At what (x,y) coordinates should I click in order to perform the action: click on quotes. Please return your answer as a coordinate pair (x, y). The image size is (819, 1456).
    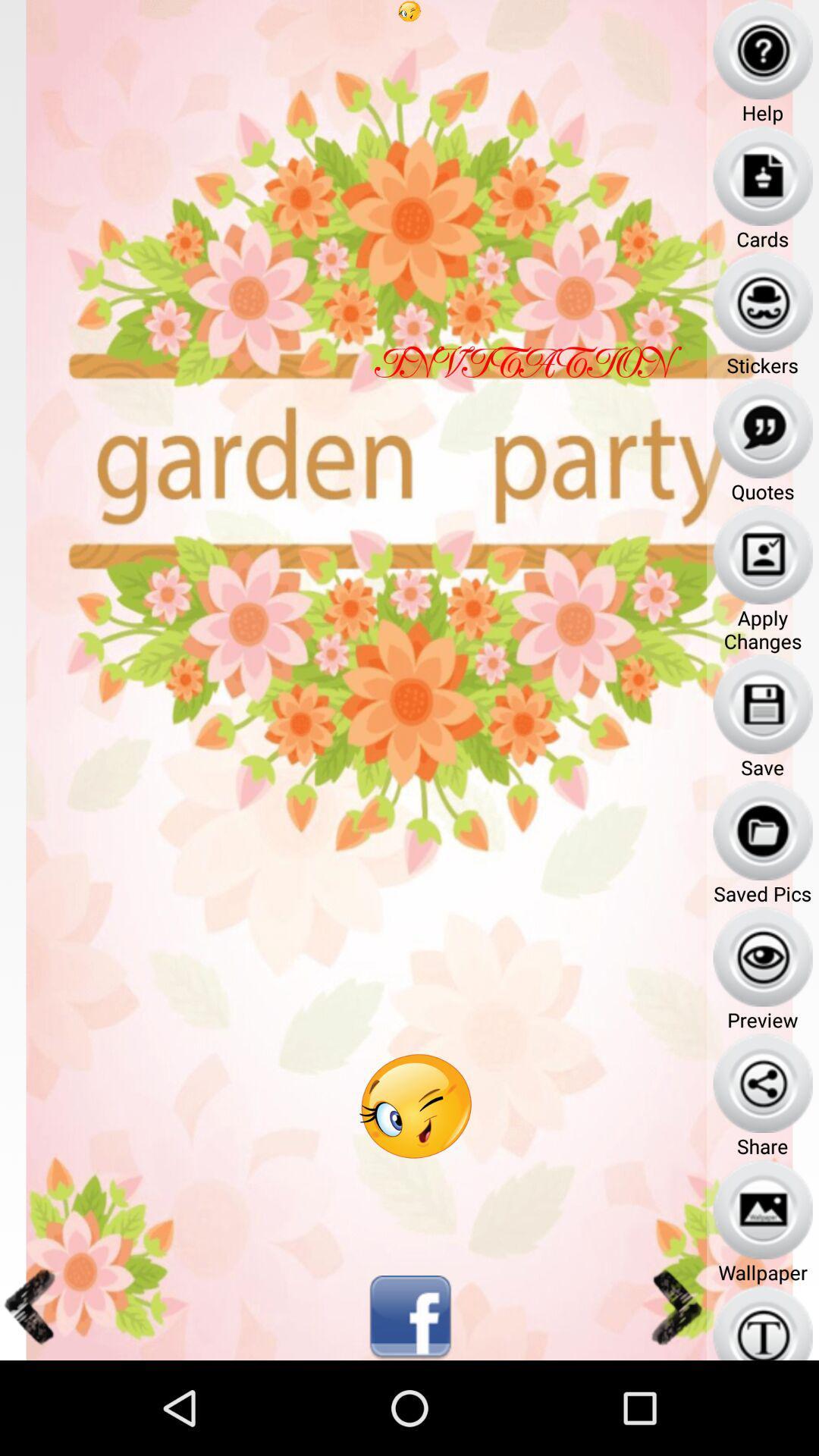
    Looking at the image, I should click on (763, 428).